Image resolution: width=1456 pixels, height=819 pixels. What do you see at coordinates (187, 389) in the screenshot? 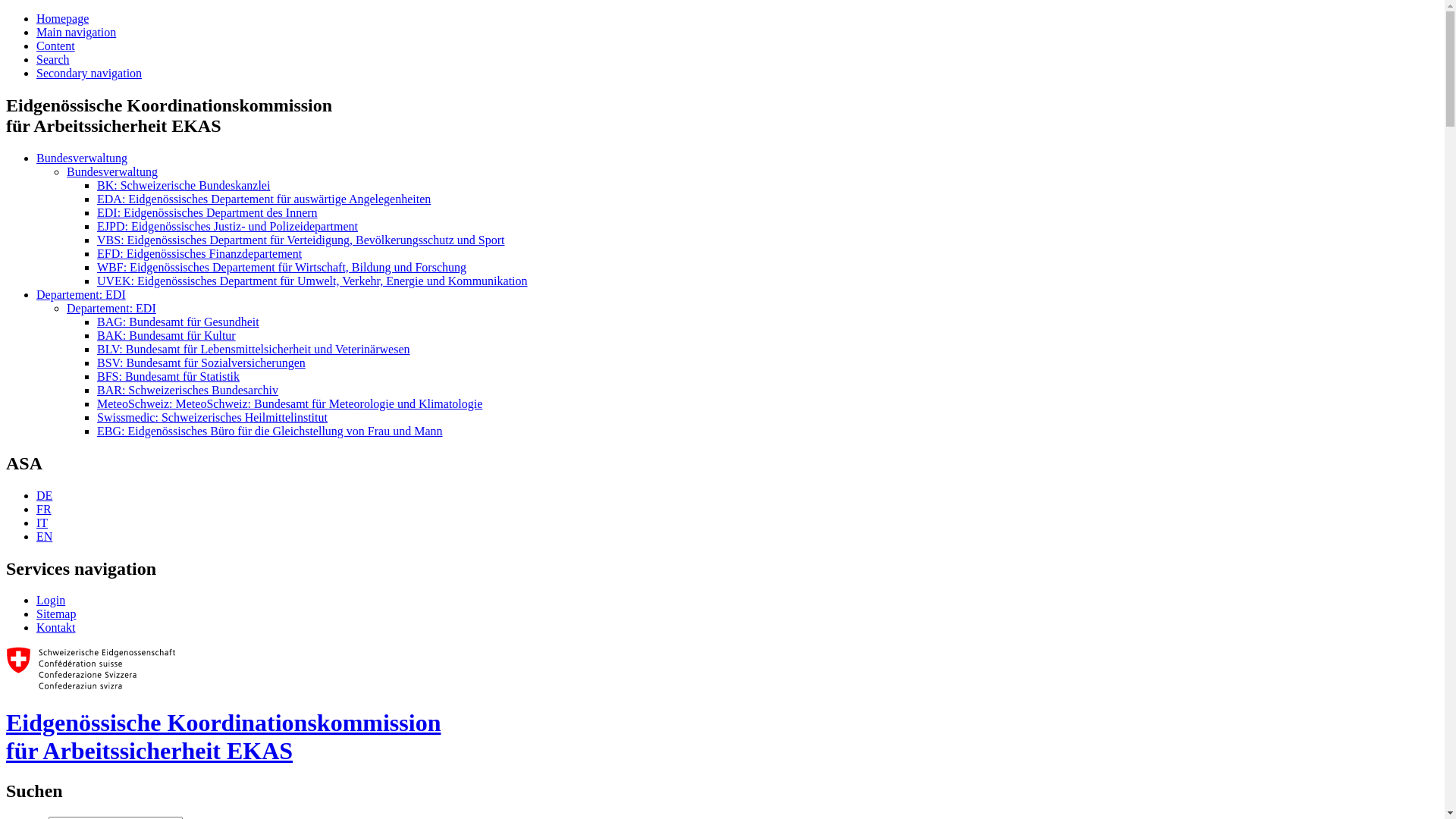
I see `'BAR: Schweizerisches Bundesarchiv'` at bounding box center [187, 389].